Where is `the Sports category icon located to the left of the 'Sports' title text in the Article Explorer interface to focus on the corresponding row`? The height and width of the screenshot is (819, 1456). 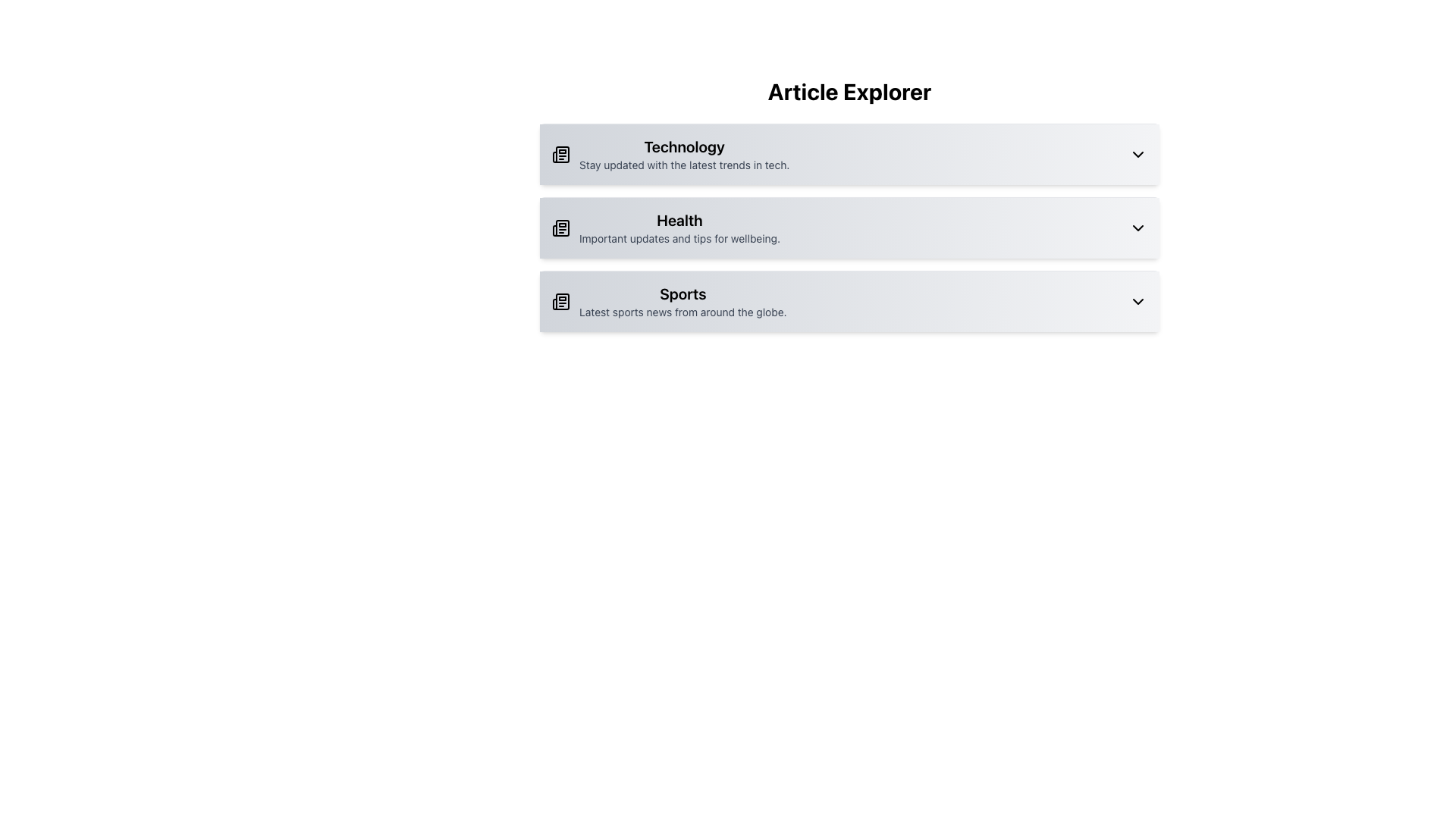
the Sports category icon located to the left of the 'Sports' title text in the Article Explorer interface to focus on the corresponding row is located at coordinates (560, 301).